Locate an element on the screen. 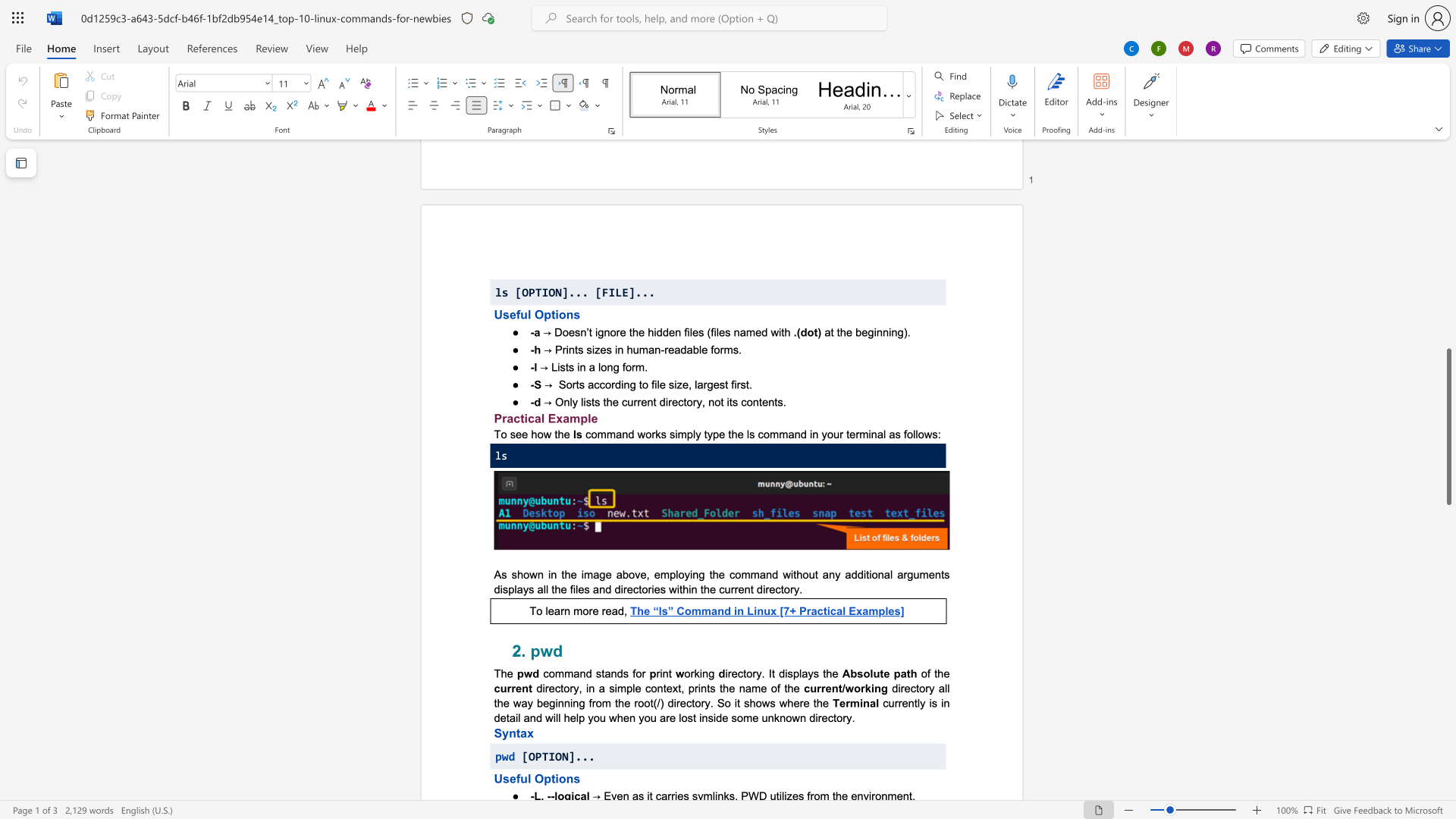  the scrollbar to move the view up is located at coordinates (1448, 158).